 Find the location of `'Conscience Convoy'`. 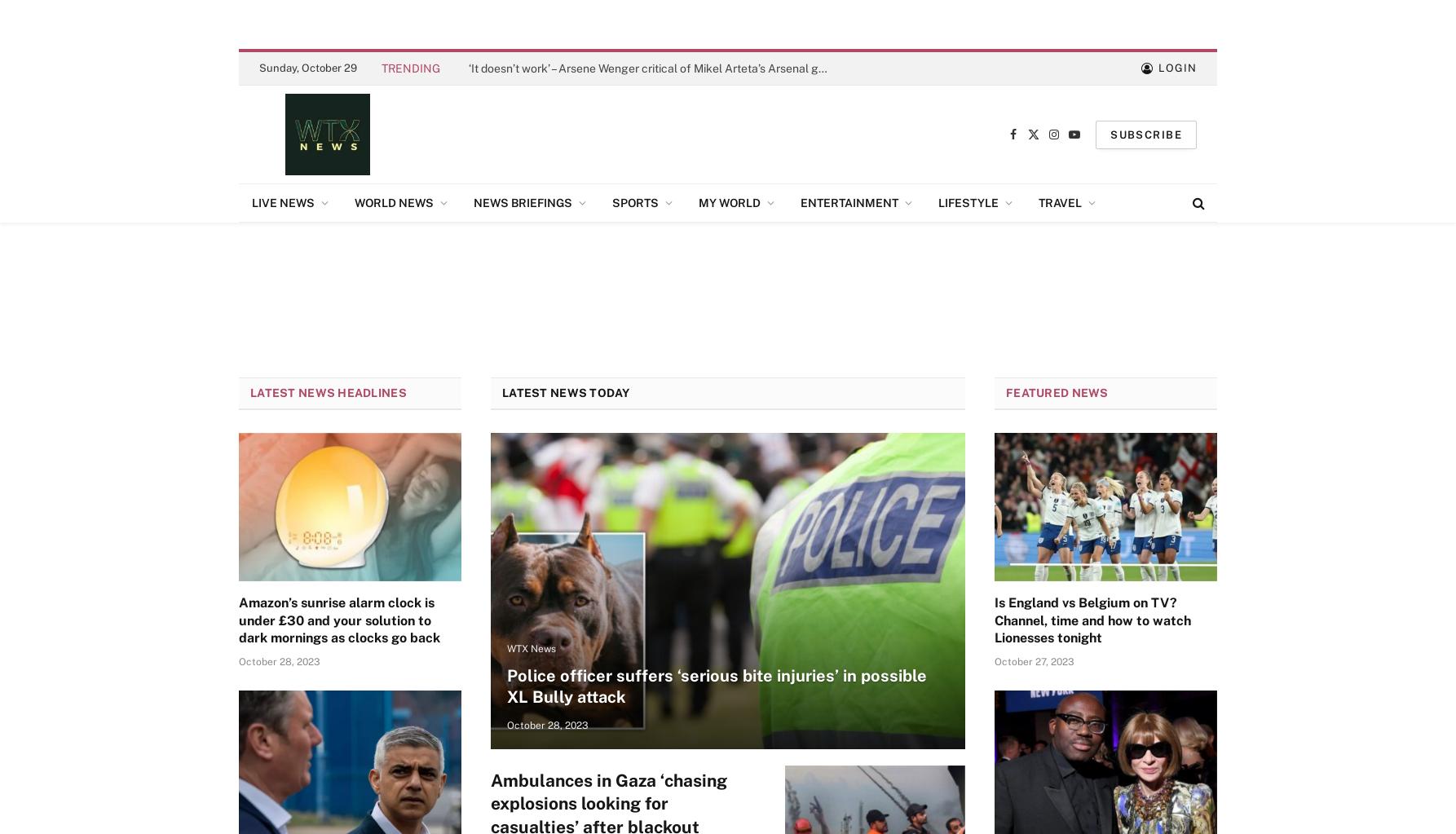

'Conscience Convoy' is located at coordinates (895, 343).